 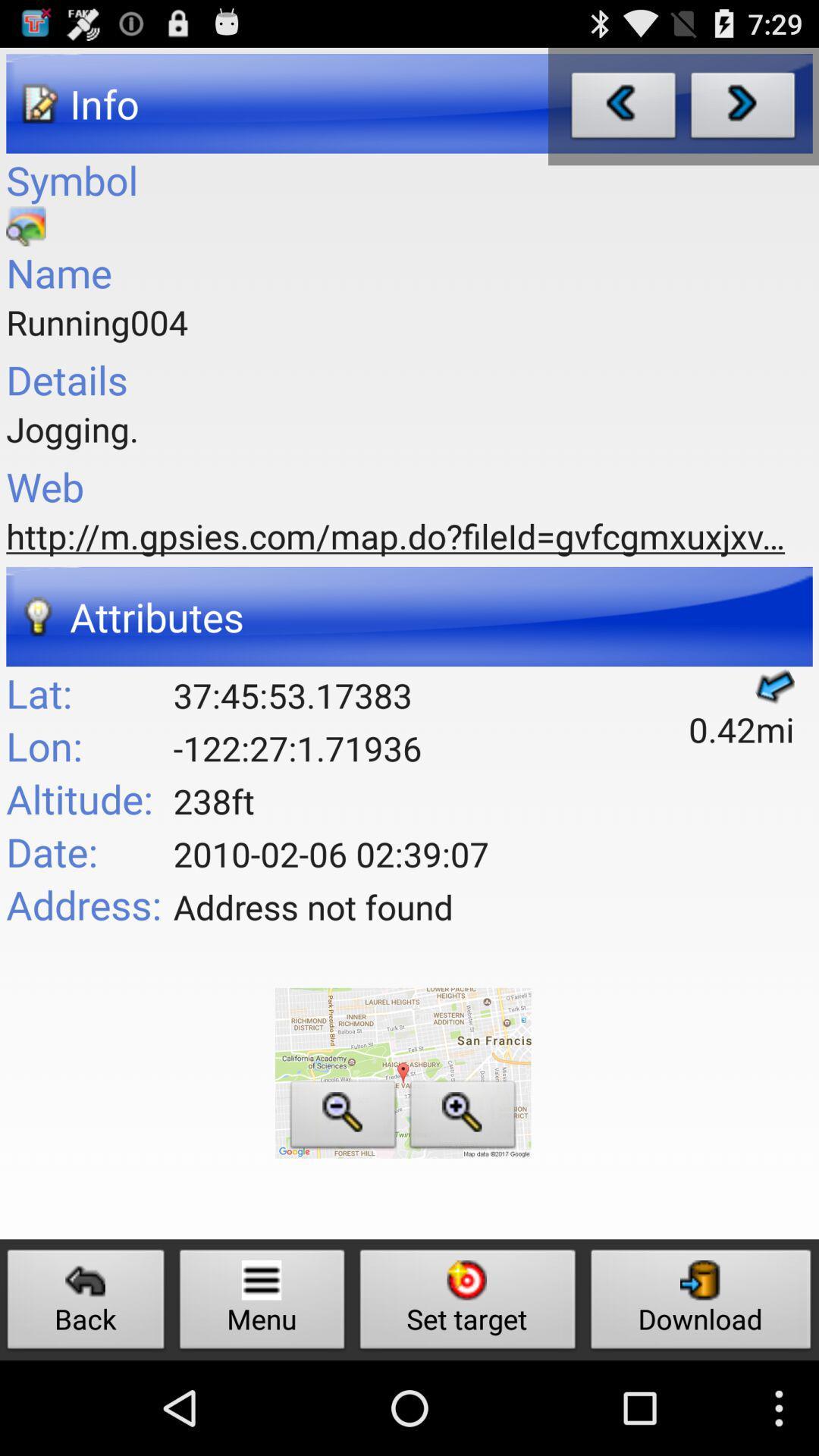 What do you see at coordinates (701, 1303) in the screenshot?
I see `download item` at bounding box center [701, 1303].